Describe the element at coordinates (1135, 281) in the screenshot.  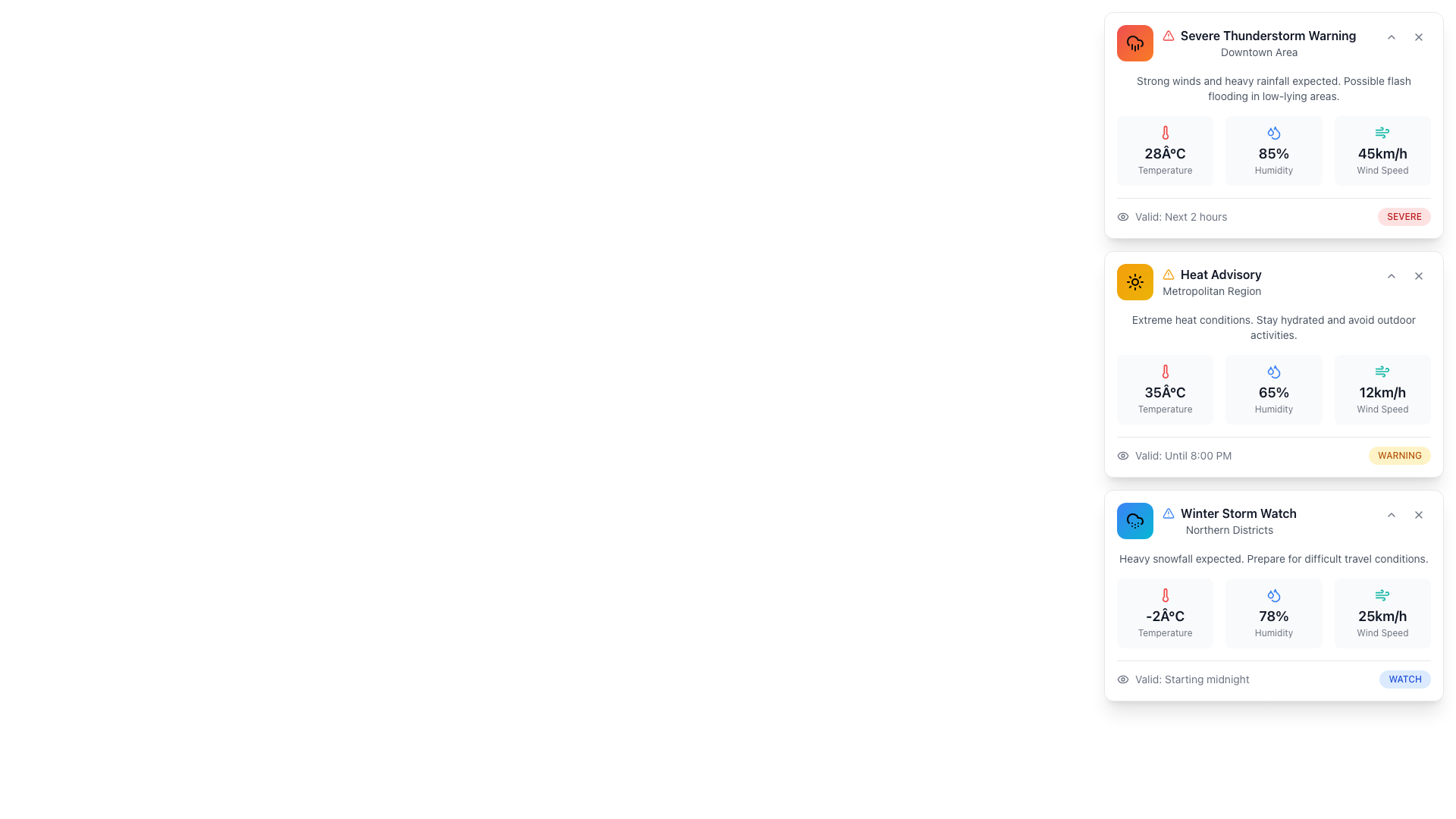
I see `the sun icon, which is a minimalistic SVG icon with a yellow gradient background located in the top-left corner of the heat advisory card` at that location.